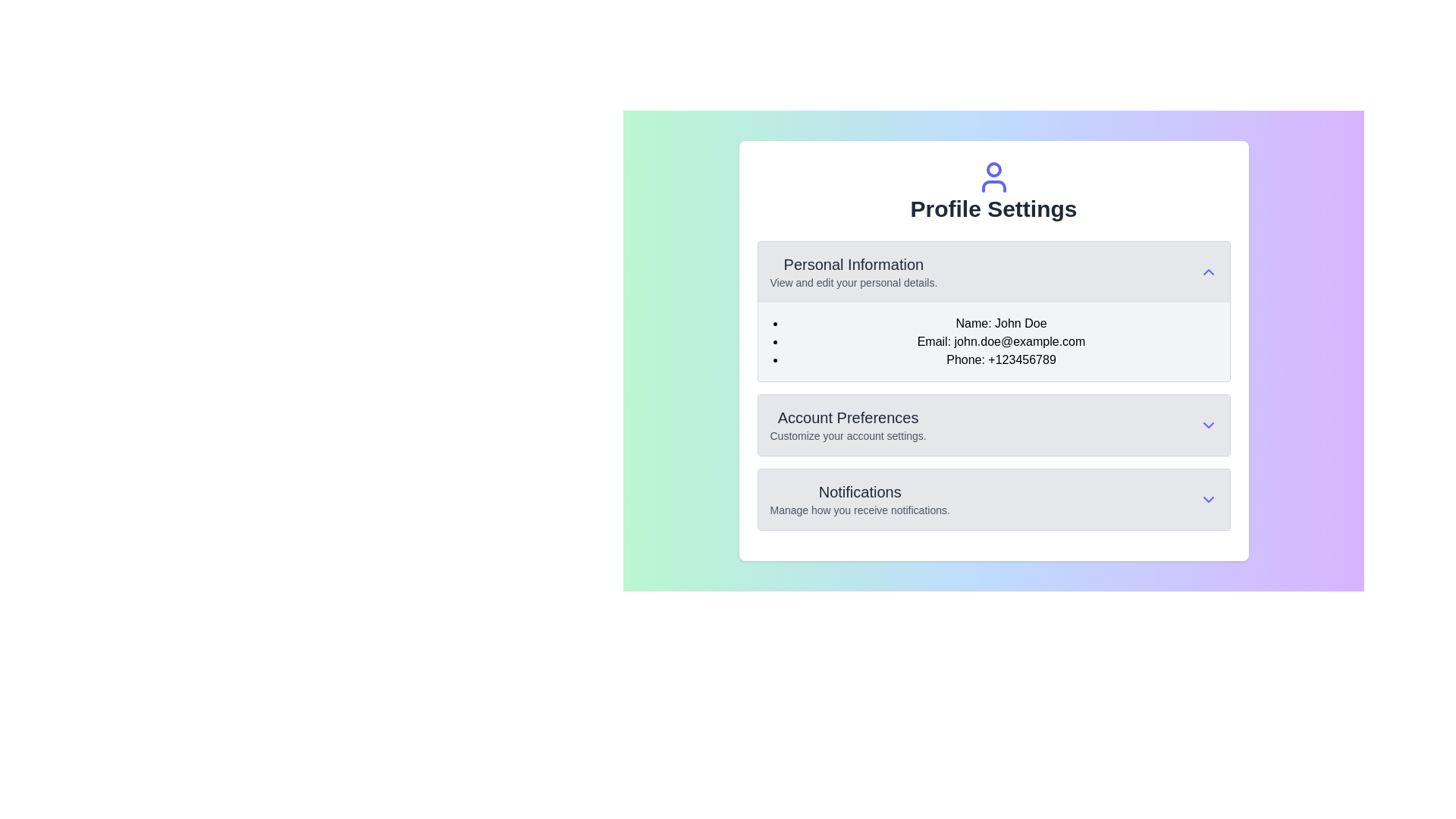 This screenshot has height=819, width=1456. What do you see at coordinates (993, 169) in the screenshot?
I see `the uppermost circular component of the user-profile styled icon representing a user's profile, located above the 'Profile Settings' text` at bounding box center [993, 169].